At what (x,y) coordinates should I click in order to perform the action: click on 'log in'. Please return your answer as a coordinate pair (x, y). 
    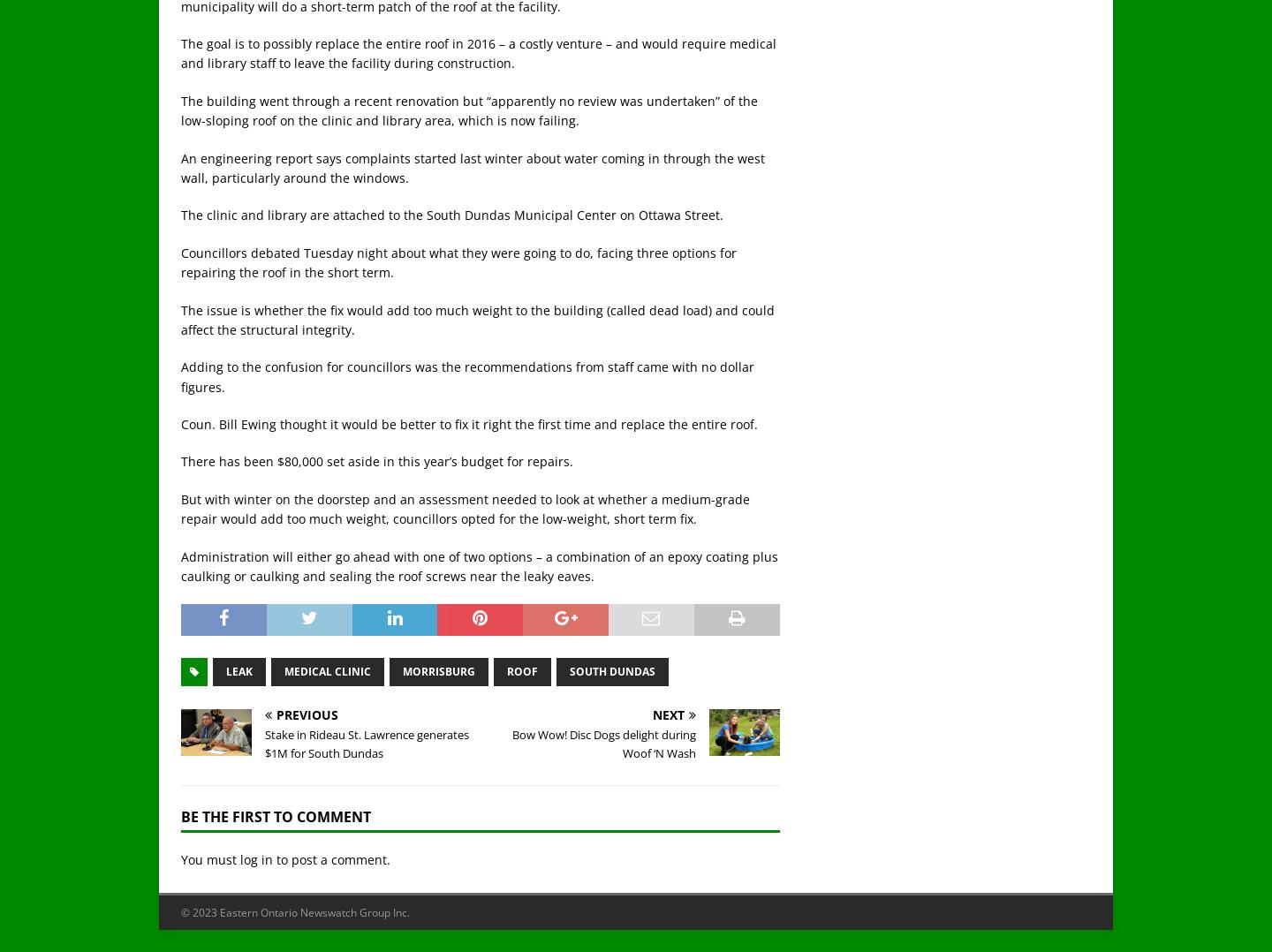
    Looking at the image, I should click on (255, 859).